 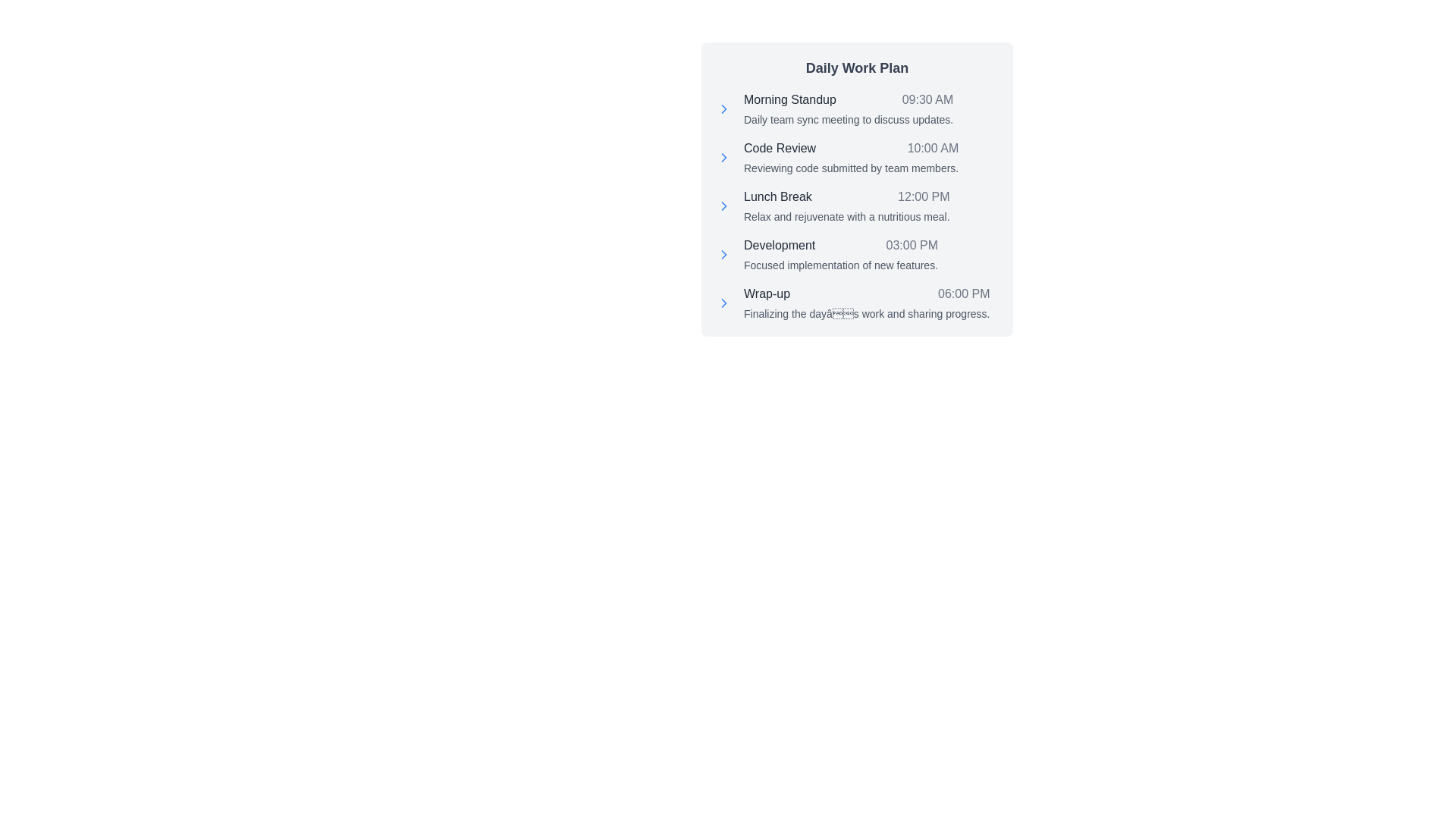 What do you see at coordinates (780, 149) in the screenshot?
I see `text from the 'Code Review' Text Label located in the second row of the 'Daily Work Plan' schedule section, positioned to the left of '10:00 AM'` at bounding box center [780, 149].